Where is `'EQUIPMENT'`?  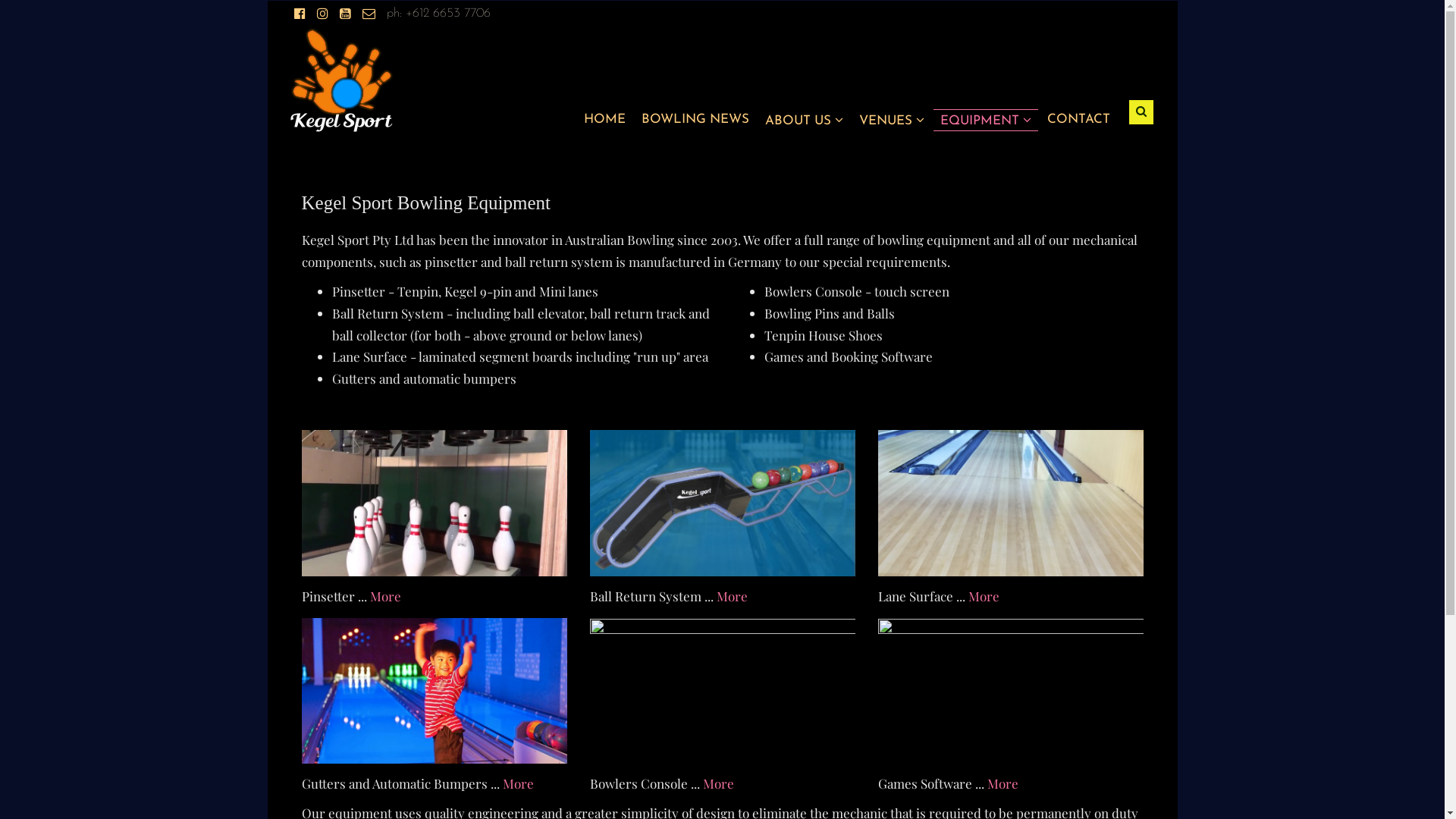
'EQUIPMENT' is located at coordinates (986, 119).